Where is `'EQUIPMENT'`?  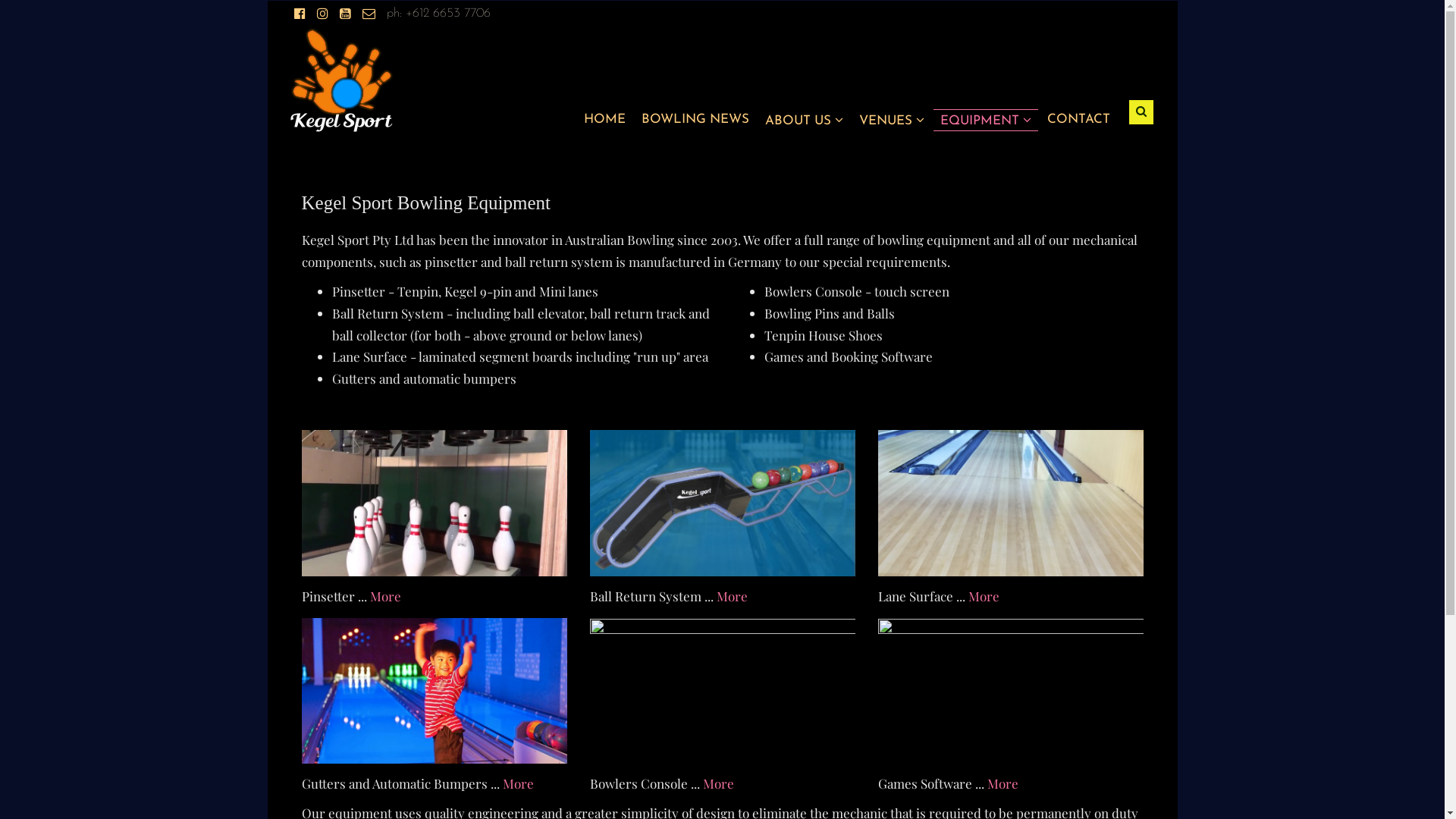
'EQUIPMENT' is located at coordinates (986, 119).